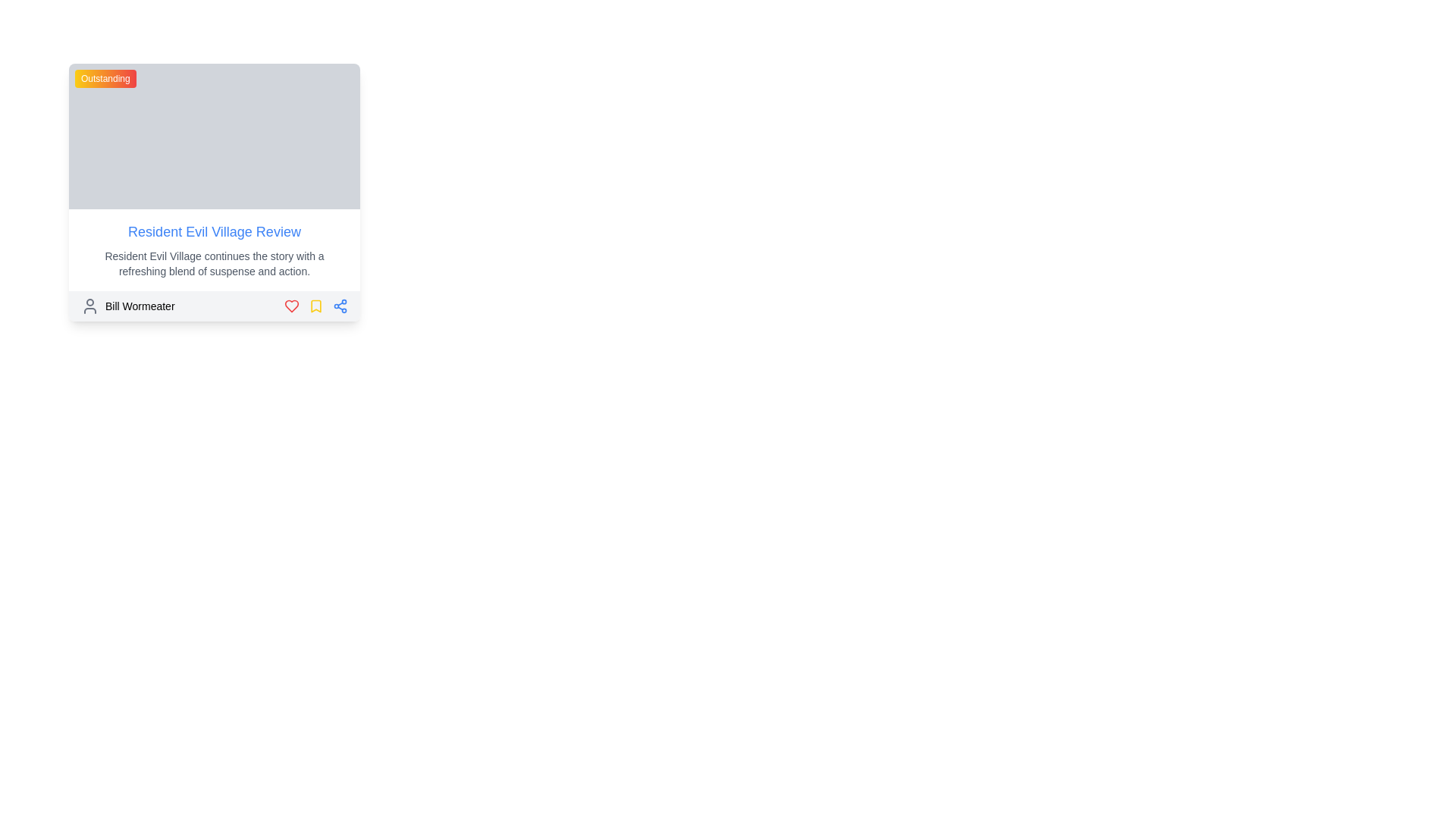 The width and height of the screenshot is (1456, 819). What do you see at coordinates (315, 306) in the screenshot?
I see `the bookmark icon located as the second interactive item from the right in the horizontal group below the main text content of the card` at bounding box center [315, 306].